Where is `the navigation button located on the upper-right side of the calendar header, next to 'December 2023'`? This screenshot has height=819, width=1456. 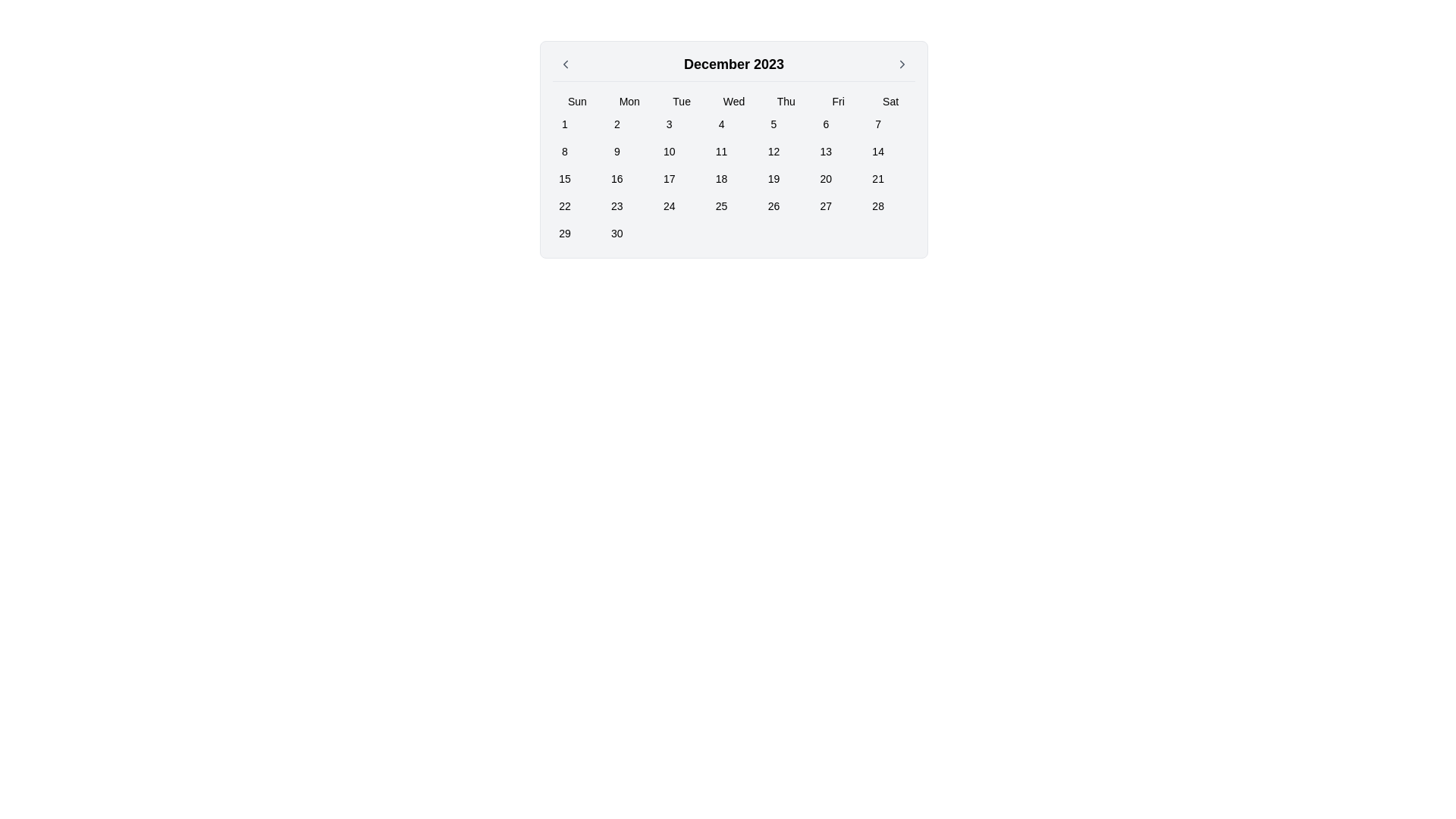 the navigation button located on the upper-right side of the calendar header, next to 'December 2023' is located at coordinates (902, 63).